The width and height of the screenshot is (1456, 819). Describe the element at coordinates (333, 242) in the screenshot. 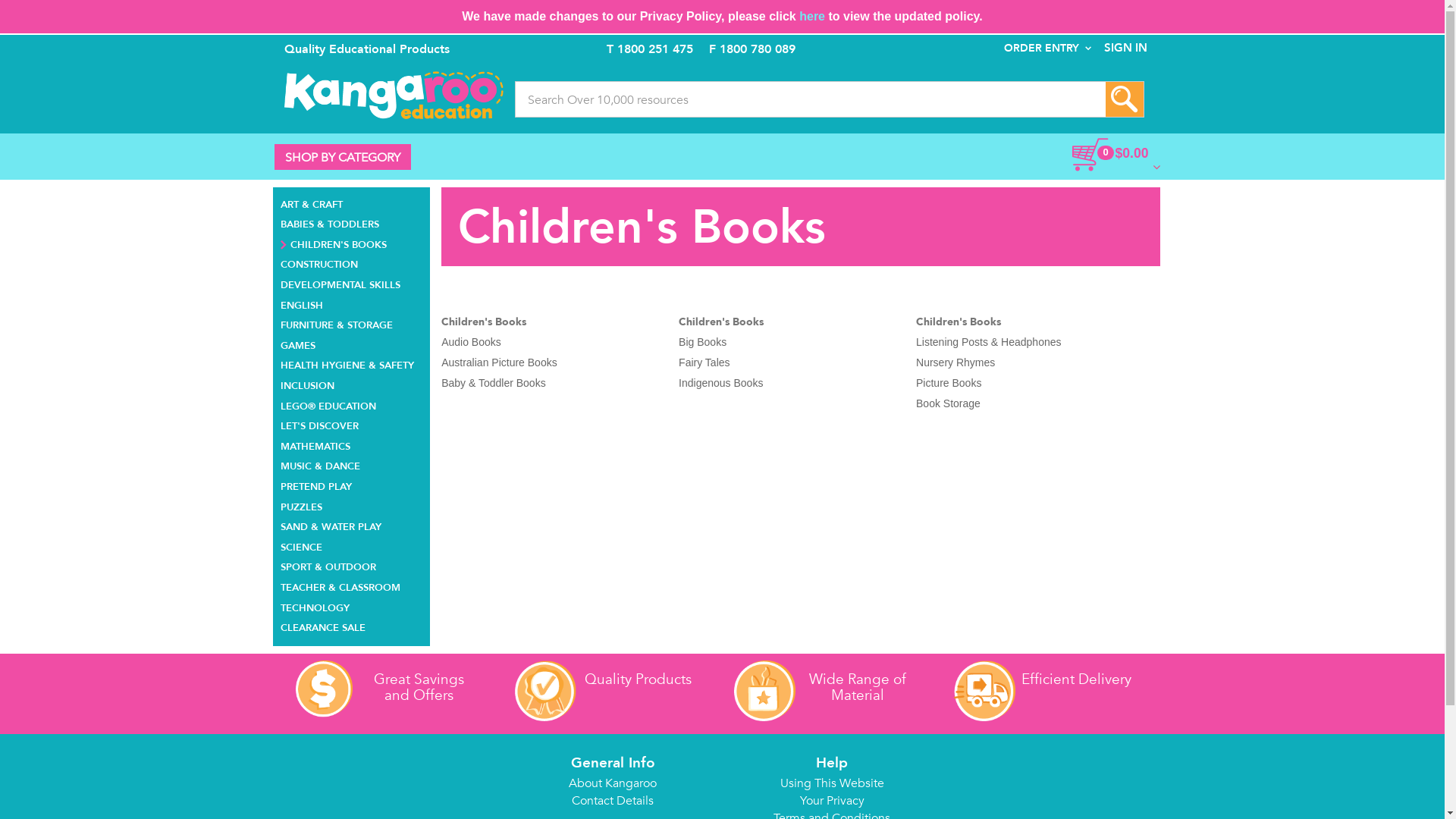

I see `'CHILDREN'S BOOKS'` at that location.